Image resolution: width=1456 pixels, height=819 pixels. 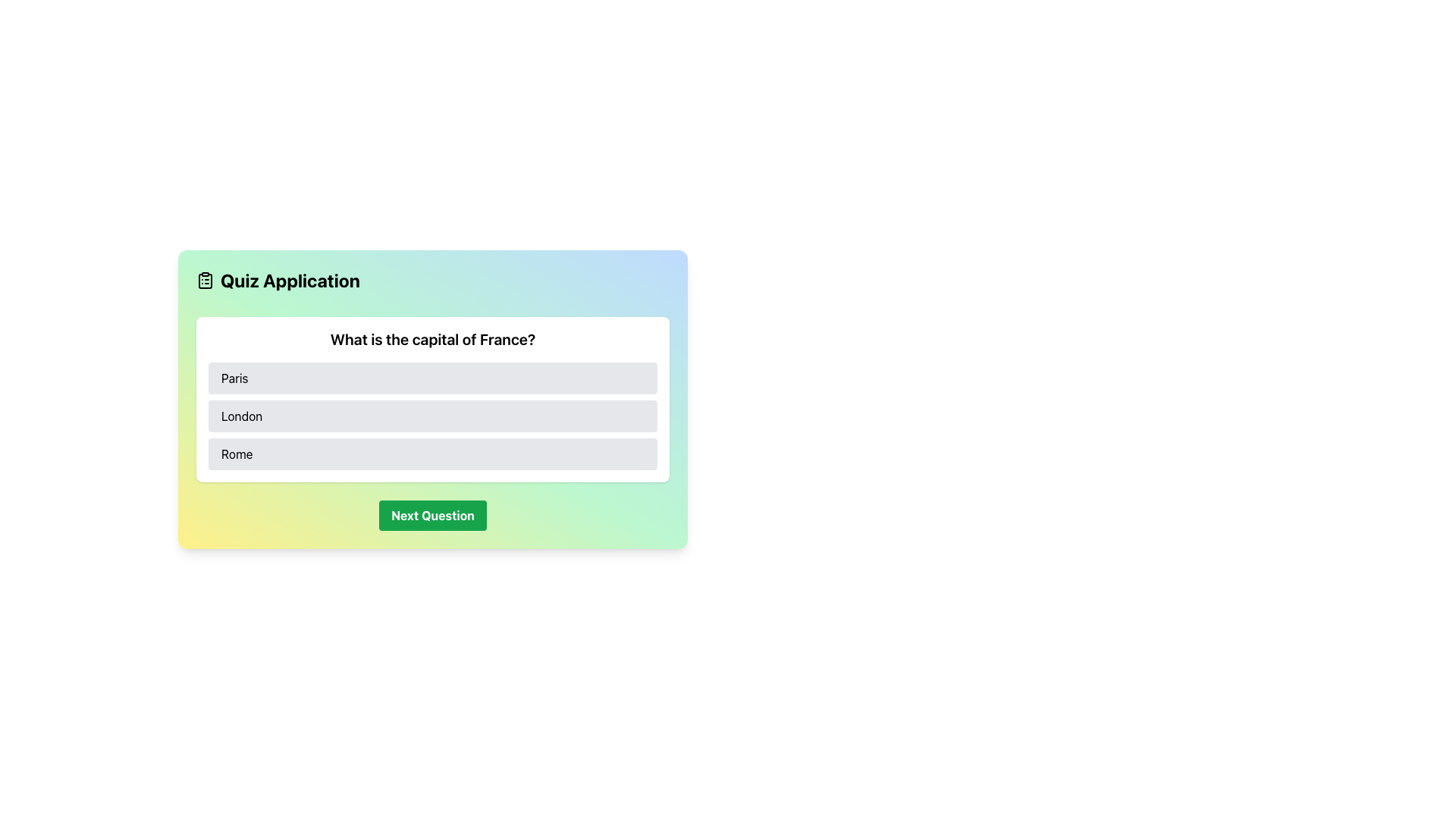 I want to click on the clipboard icon located to the left of the 'Quiz Application' title in the header section of the interface, so click(x=204, y=281).